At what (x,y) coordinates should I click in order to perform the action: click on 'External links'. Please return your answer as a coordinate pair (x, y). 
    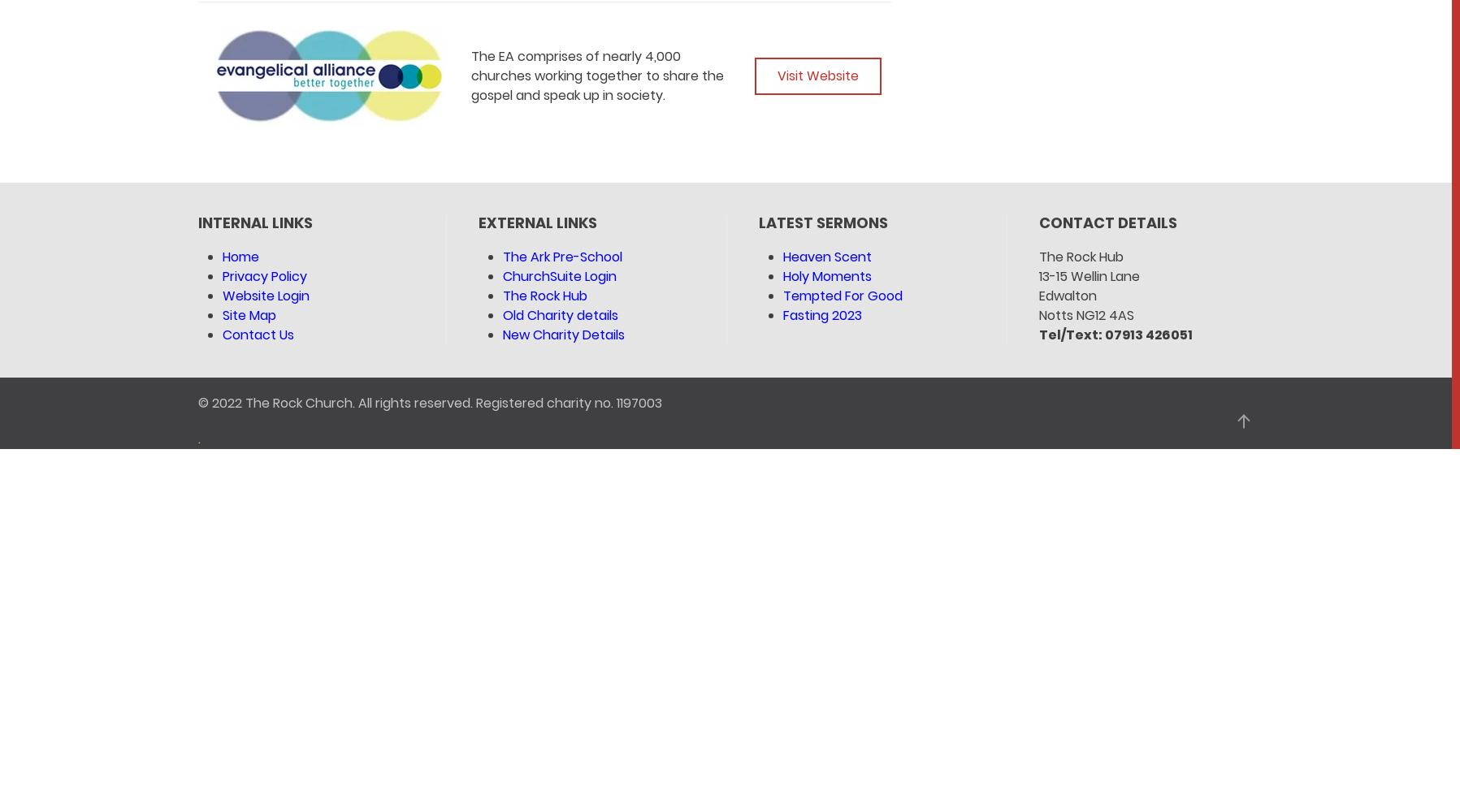
    Looking at the image, I should click on (536, 222).